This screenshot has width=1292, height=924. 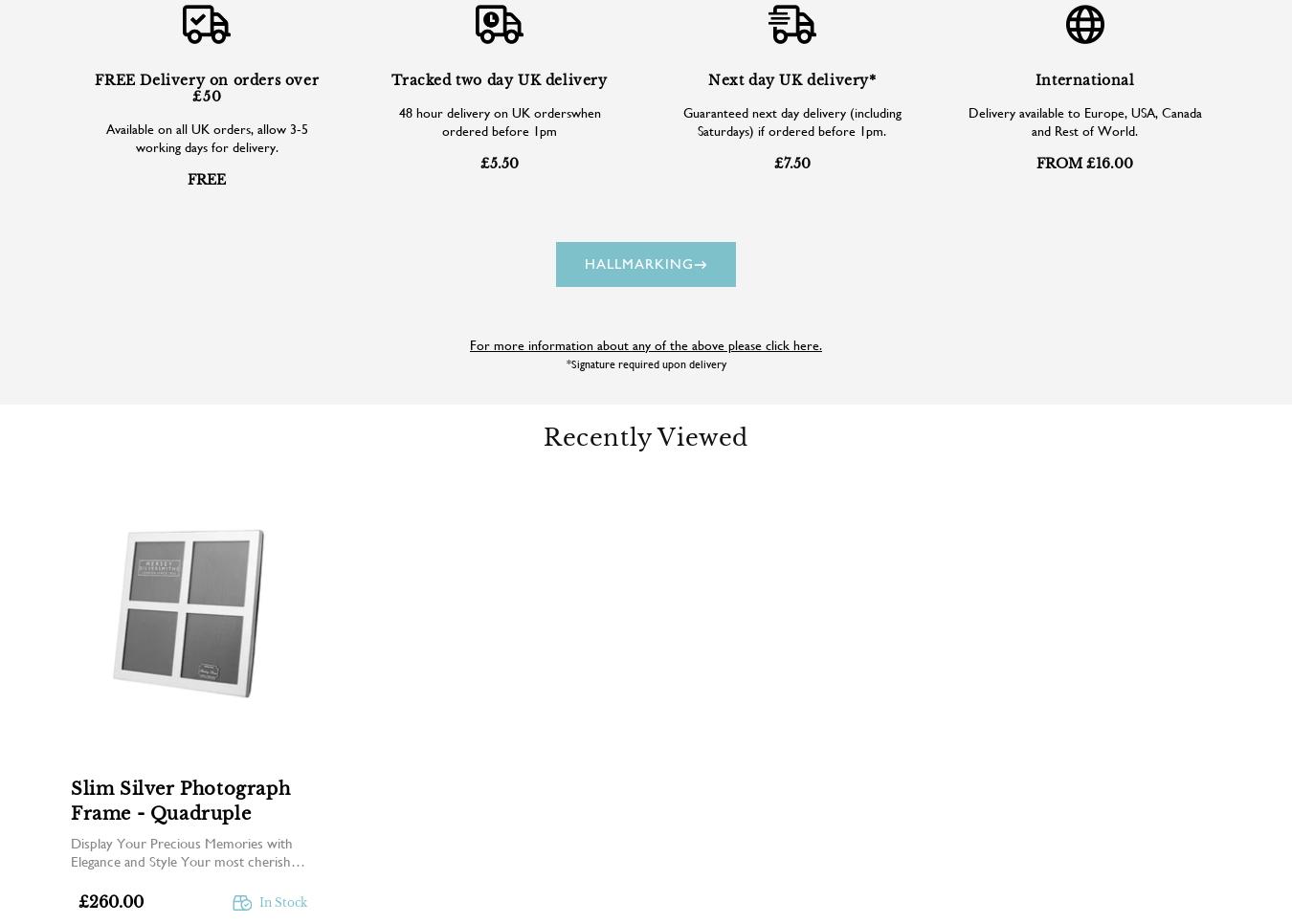 I want to click on '£7.50', so click(x=791, y=162).